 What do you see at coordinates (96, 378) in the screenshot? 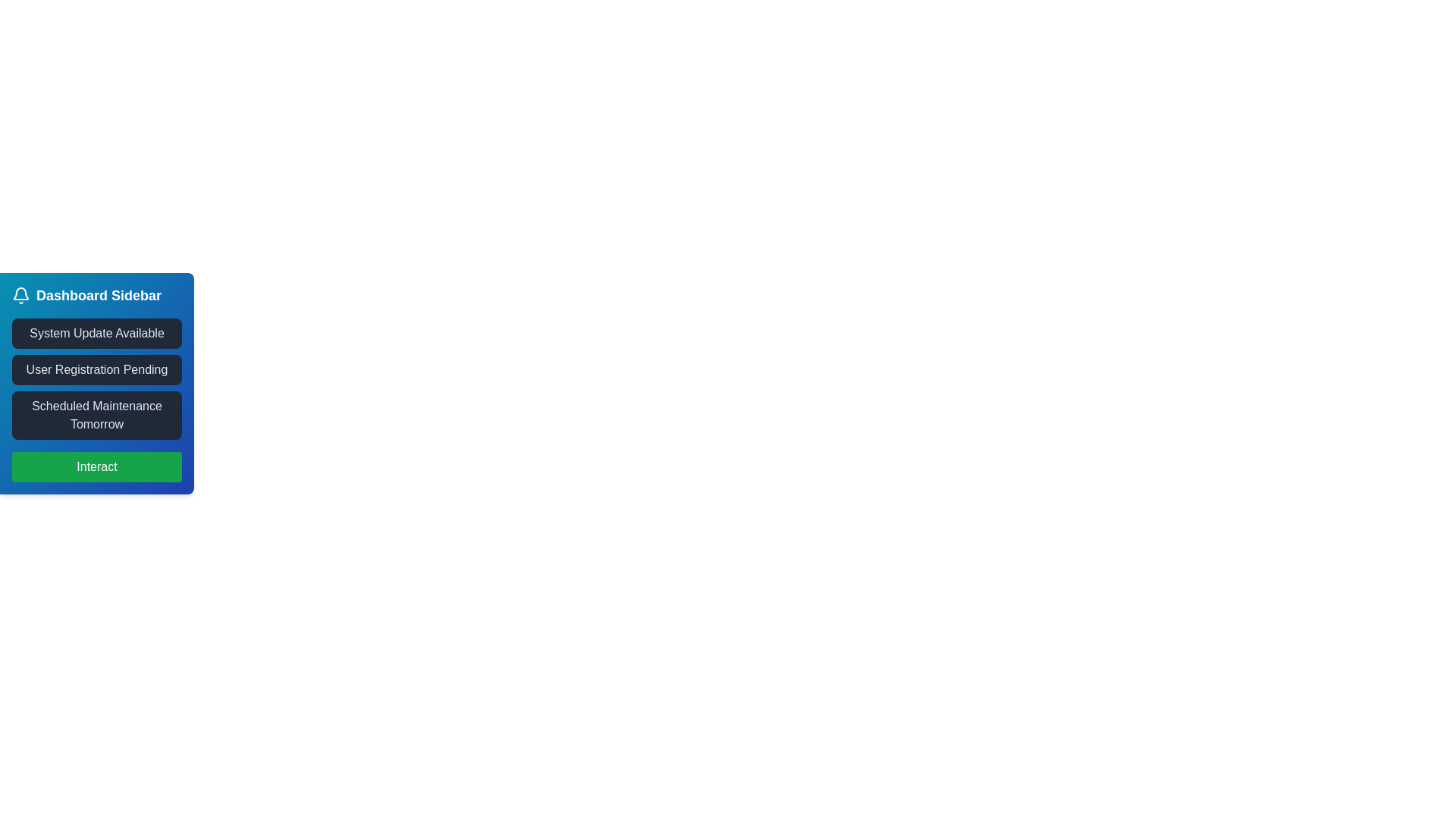
I see `the Static Text Display that shows 'User Registration Pending', which is located in the Dashboard Sidebar between 'System Update Available' and 'Scheduled Maintenance Tomorrow'` at bounding box center [96, 378].